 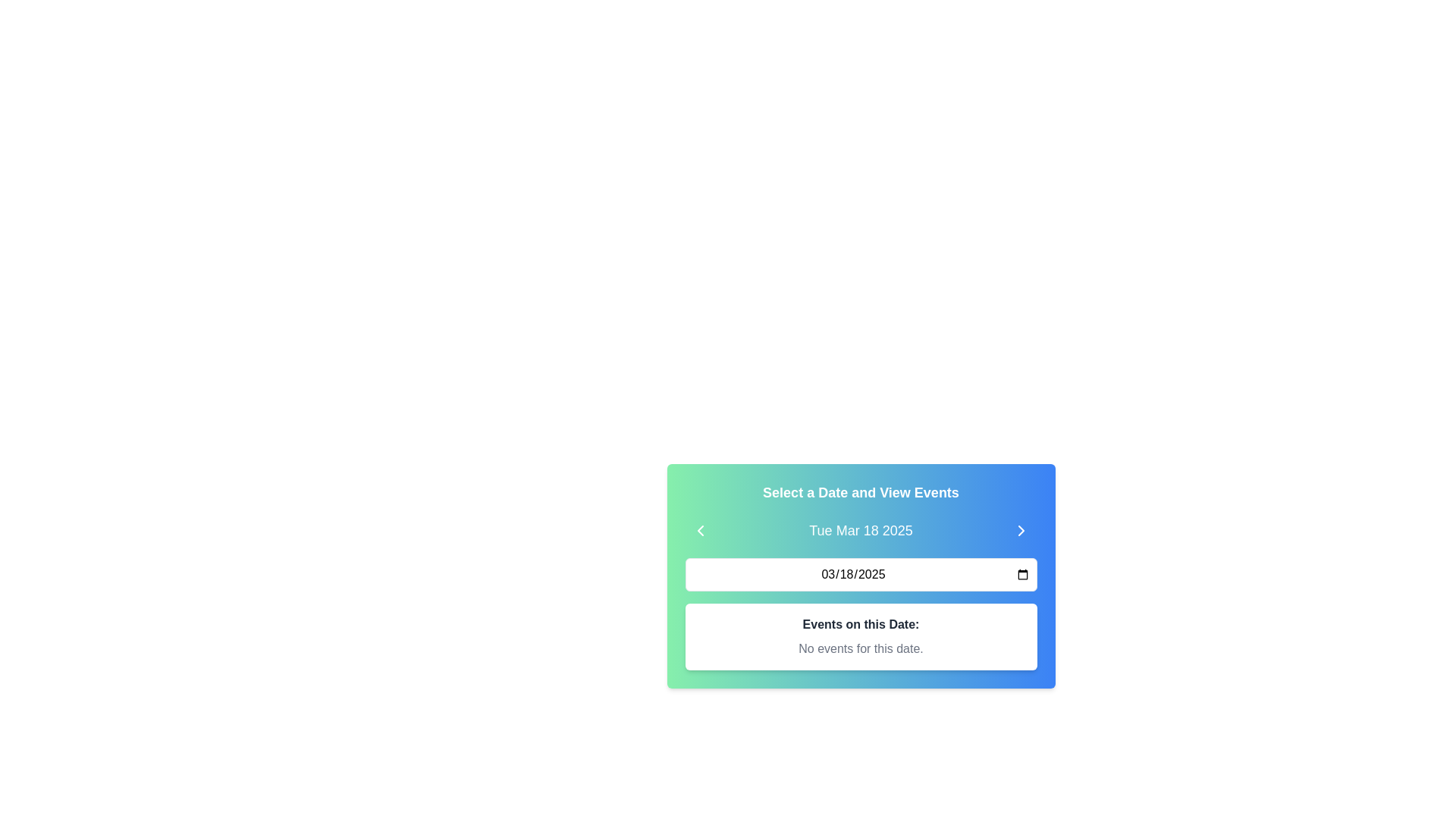 What do you see at coordinates (861, 637) in the screenshot?
I see `the informational panel displaying 'Events on this Date:' with a white rectangular box and rounded borders, located below the date selection interface` at bounding box center [861, 637].